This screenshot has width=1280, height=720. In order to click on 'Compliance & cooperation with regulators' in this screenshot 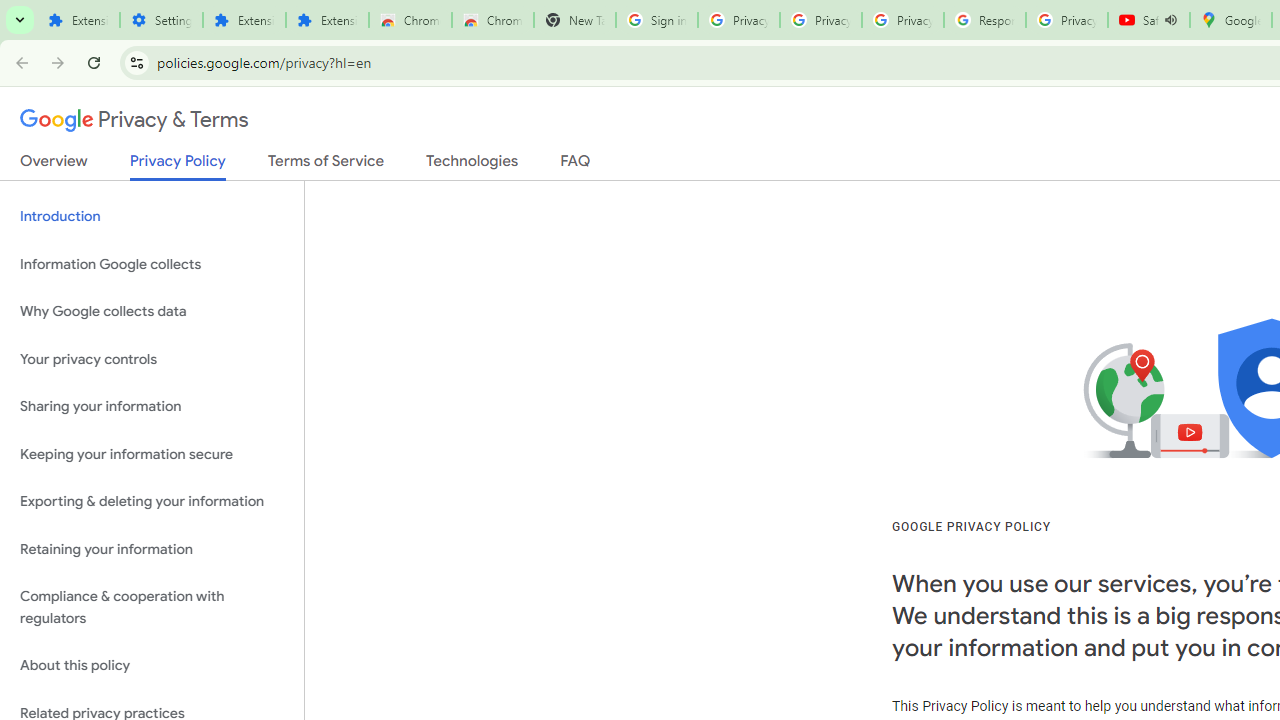, I will do `click(151, 607)`.